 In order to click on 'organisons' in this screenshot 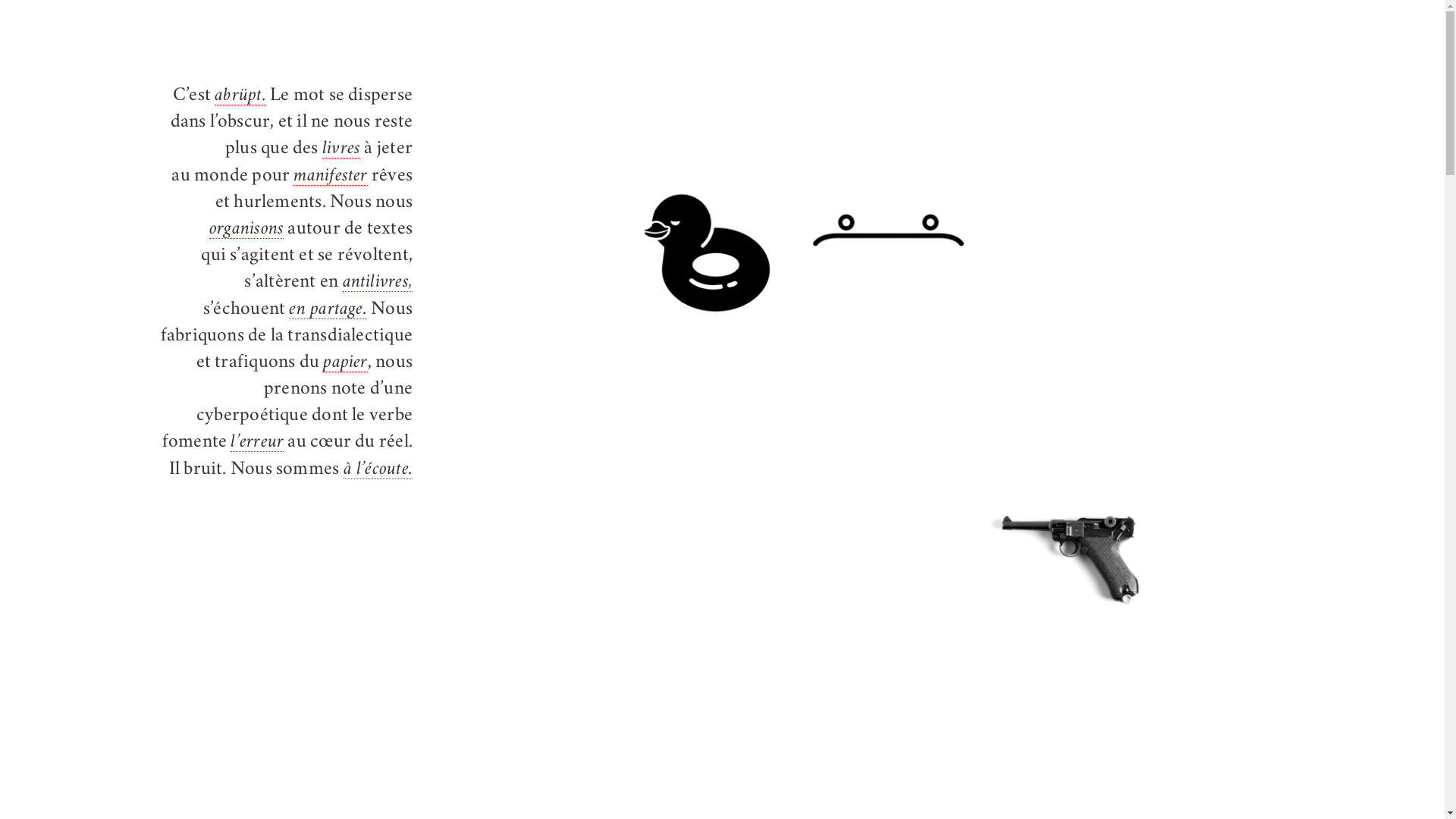, I will do `click(246, 230)`.